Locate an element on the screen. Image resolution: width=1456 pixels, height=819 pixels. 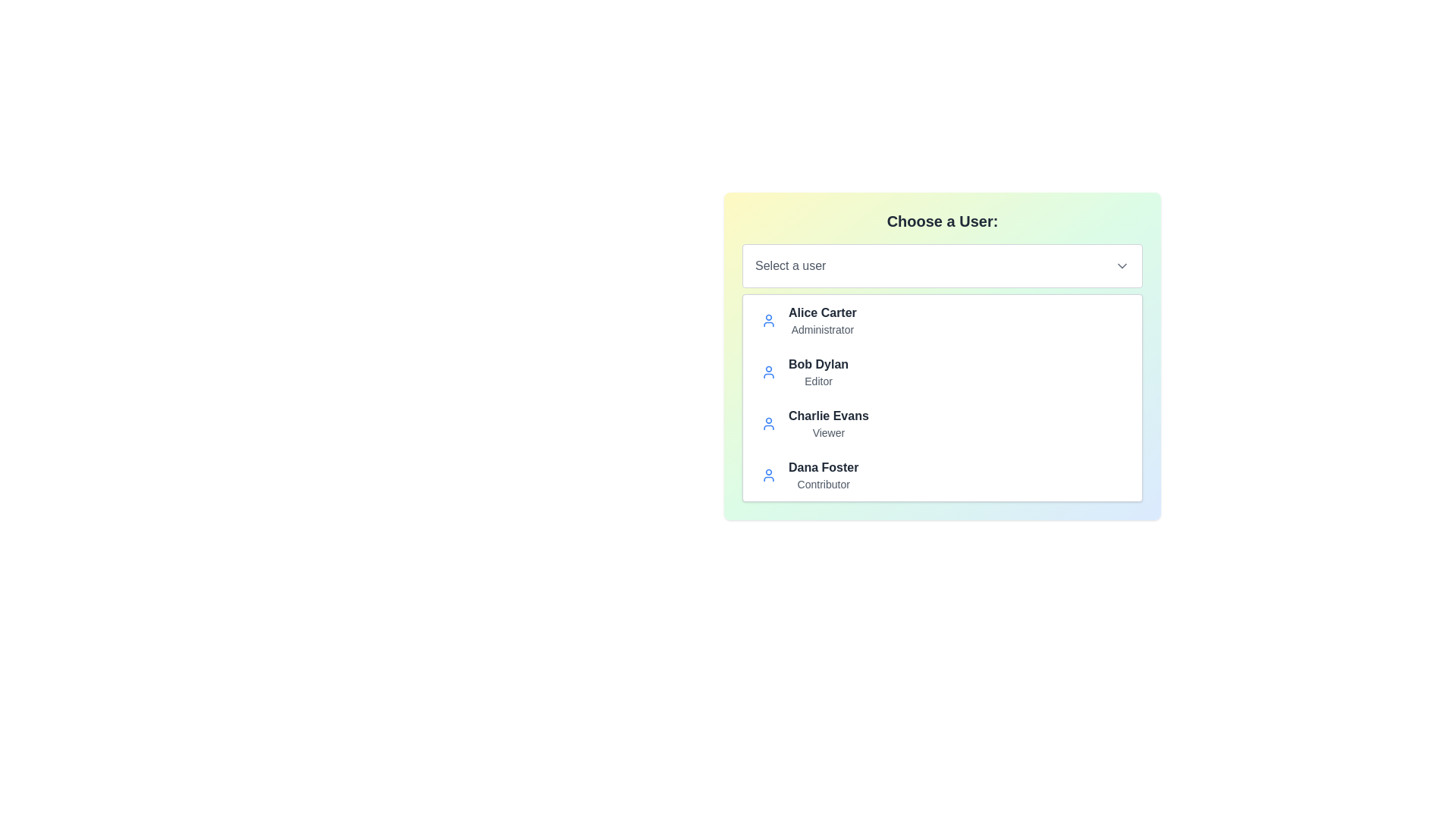
the static text label indicating the user's role as 'Editor' for the user 'Bob Dylan' in the dropdown list is located at coordinates (817, 380).